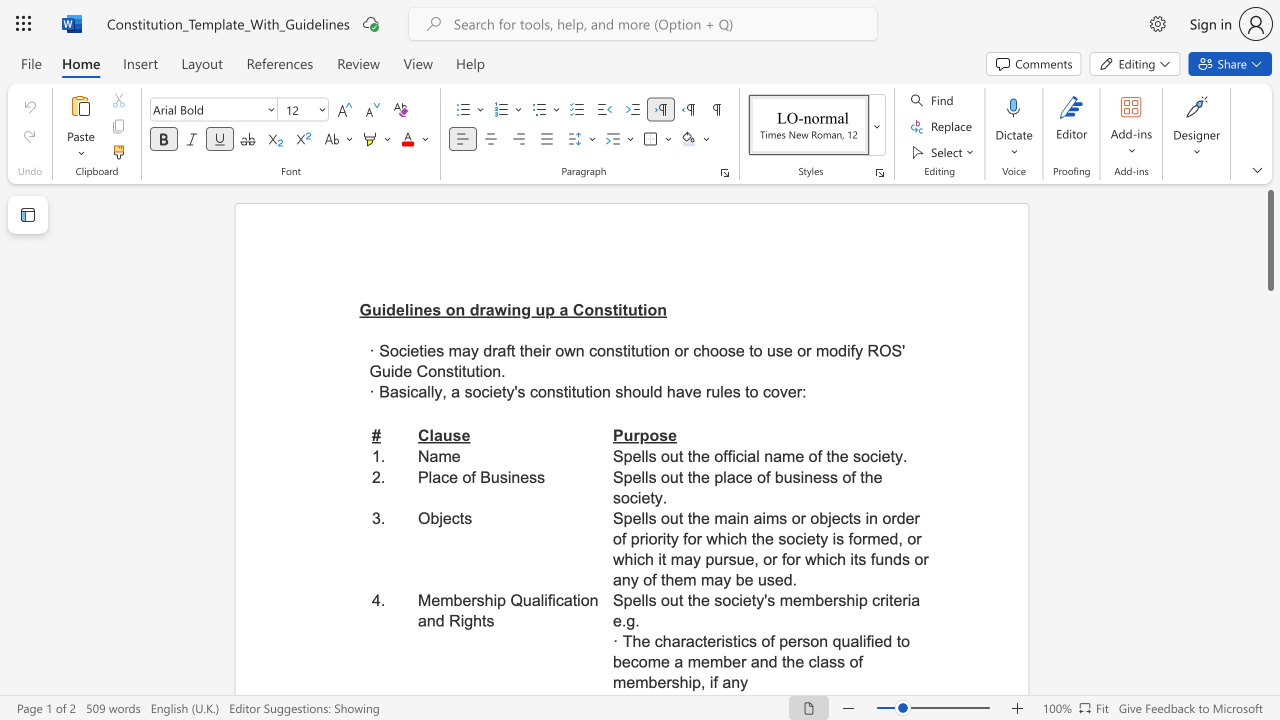 This screenshot has width=1280, height=720. I want to click on the scrollbar to move the page downward, so click(1269, 580).